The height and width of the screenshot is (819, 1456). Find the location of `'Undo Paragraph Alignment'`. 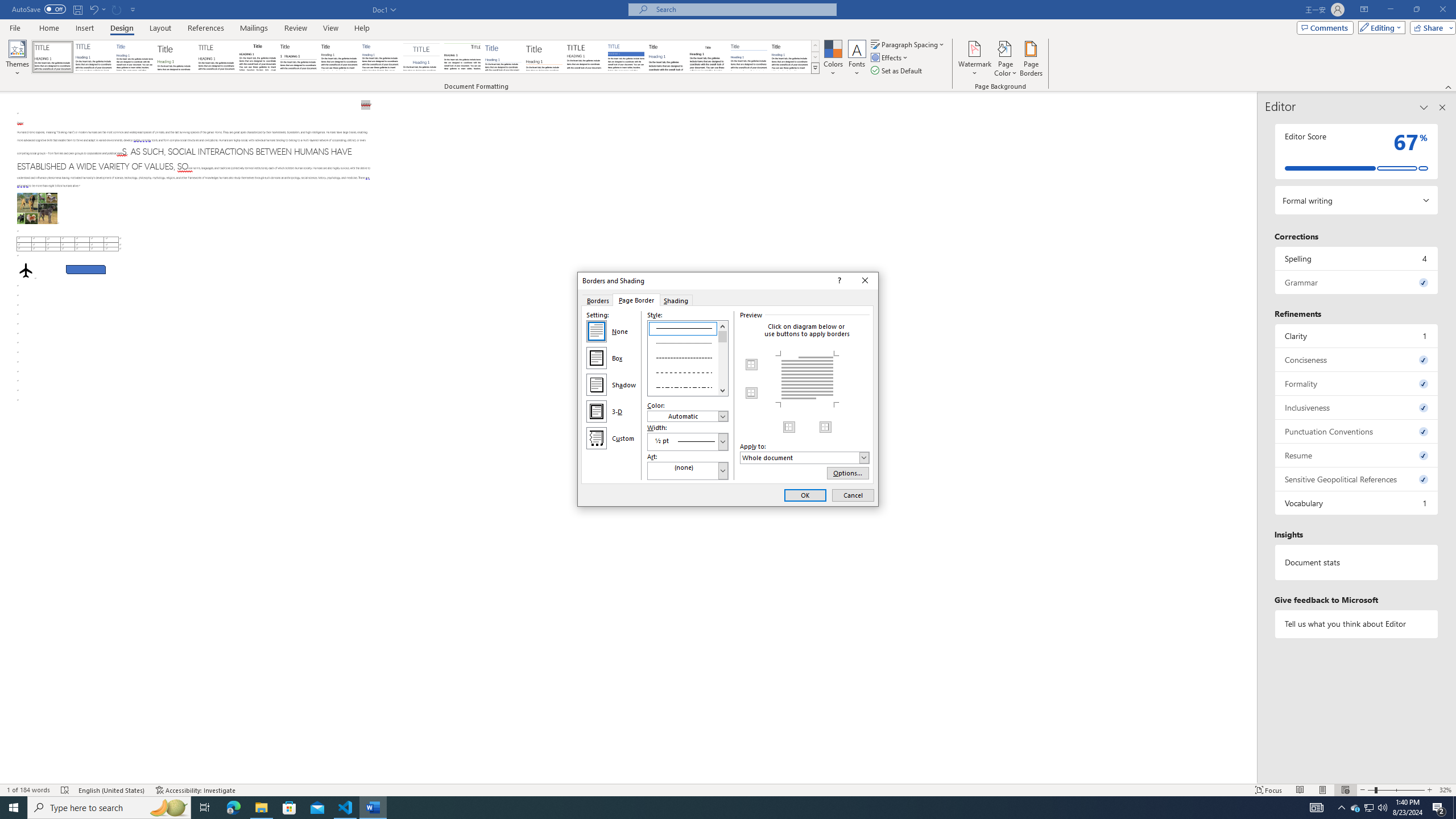

'Undo Paragraph Alignment' is located at coordinates (97, 9).